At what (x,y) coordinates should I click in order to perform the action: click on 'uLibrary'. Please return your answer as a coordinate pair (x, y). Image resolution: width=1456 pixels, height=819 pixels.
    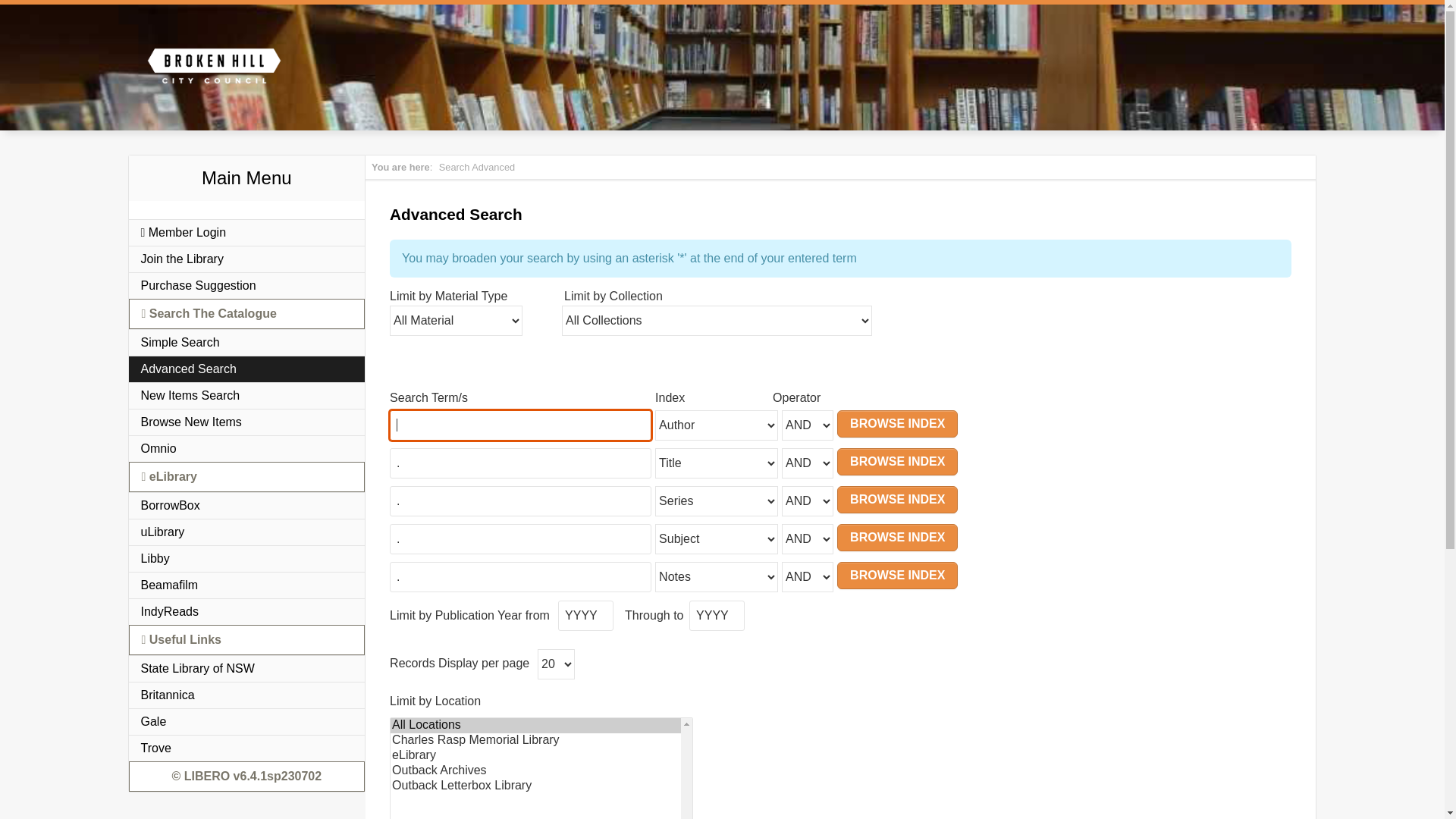
    Looking at the image, I should click on (247, 531).